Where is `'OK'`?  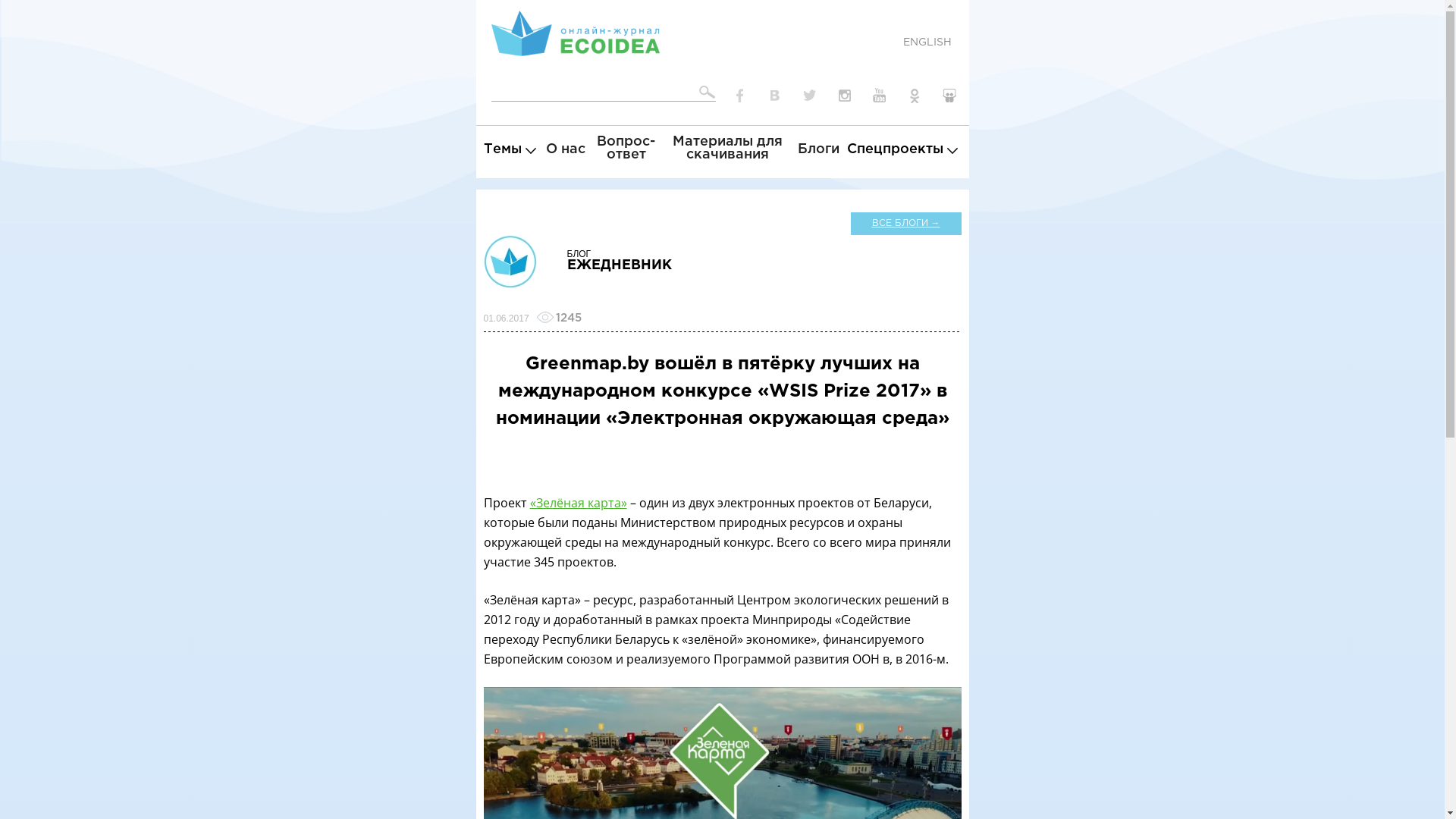
'OK' is located at coordinates (913, 96).